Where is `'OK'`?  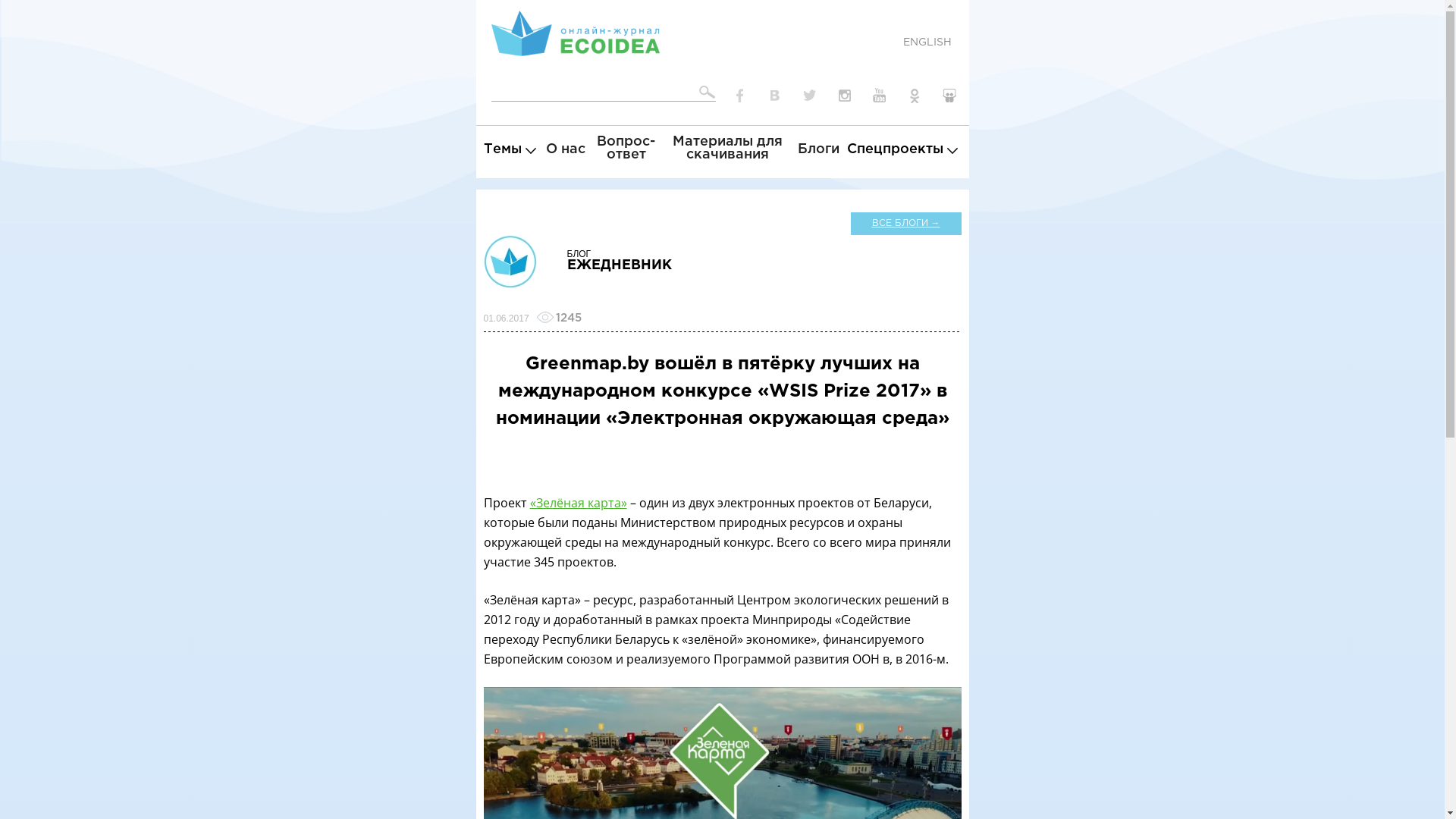
'OK' is located at coordinates (913, 96).